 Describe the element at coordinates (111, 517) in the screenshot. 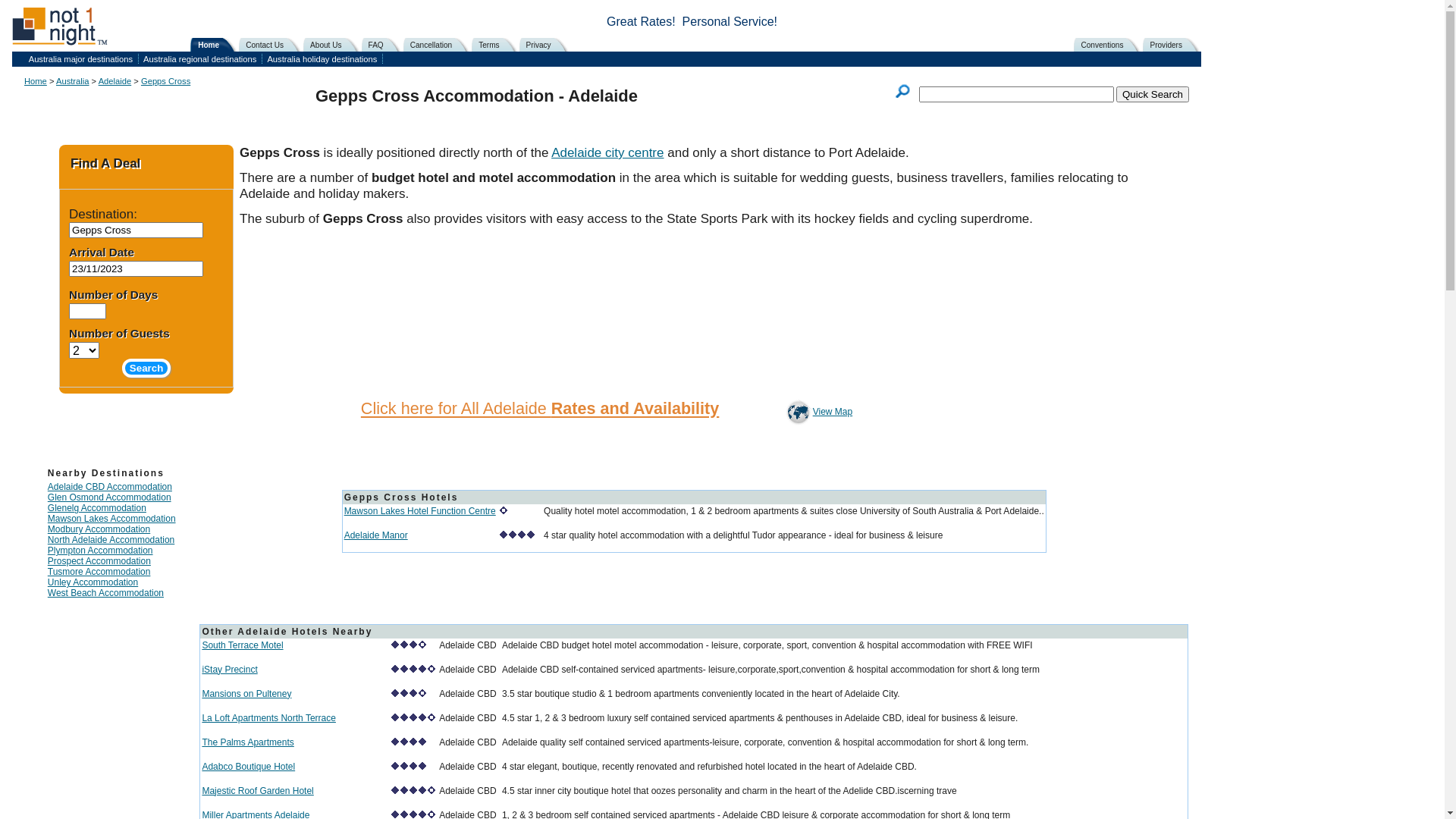

I see `'Mawson Lakes Accommodation'` at that location.